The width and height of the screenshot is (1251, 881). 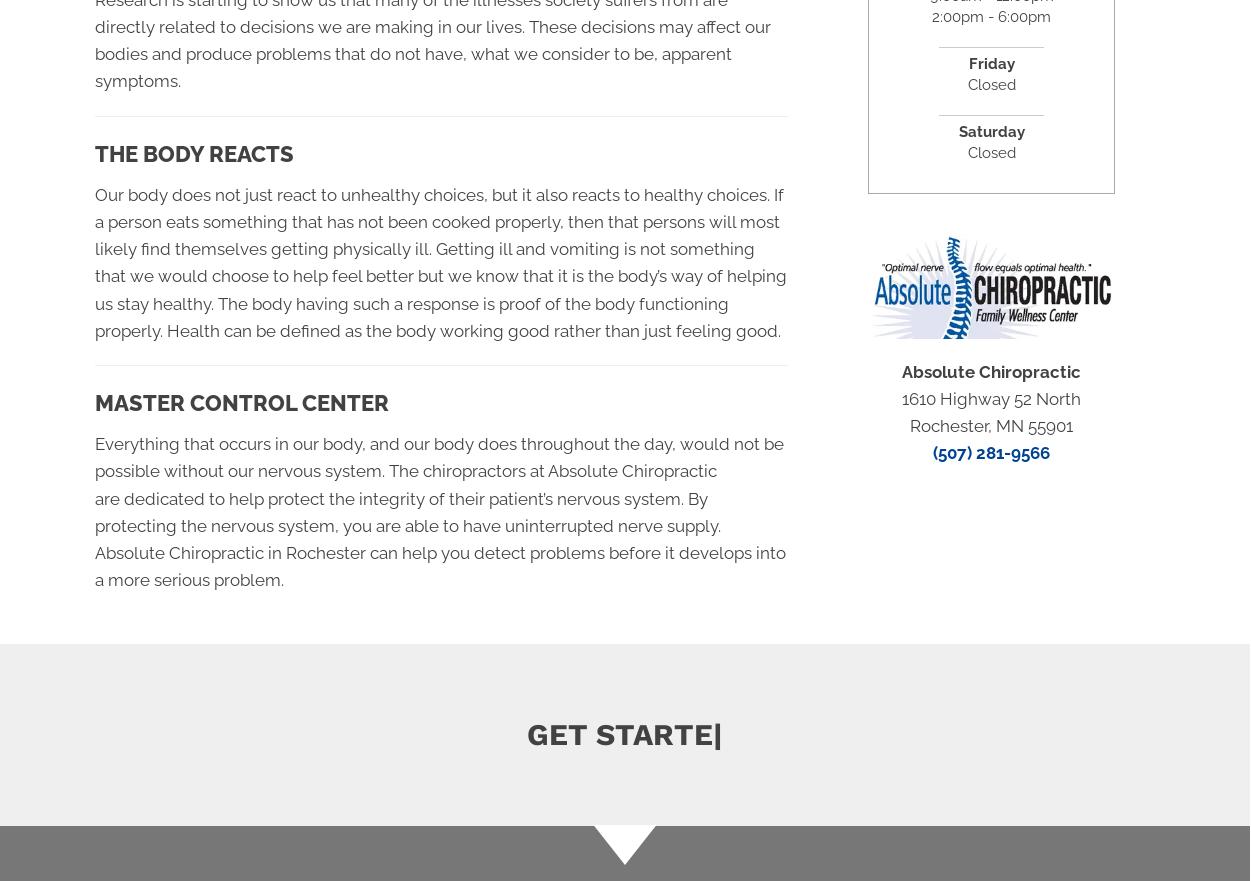 I want to click on 'Friday', so click(x=991, y=62).